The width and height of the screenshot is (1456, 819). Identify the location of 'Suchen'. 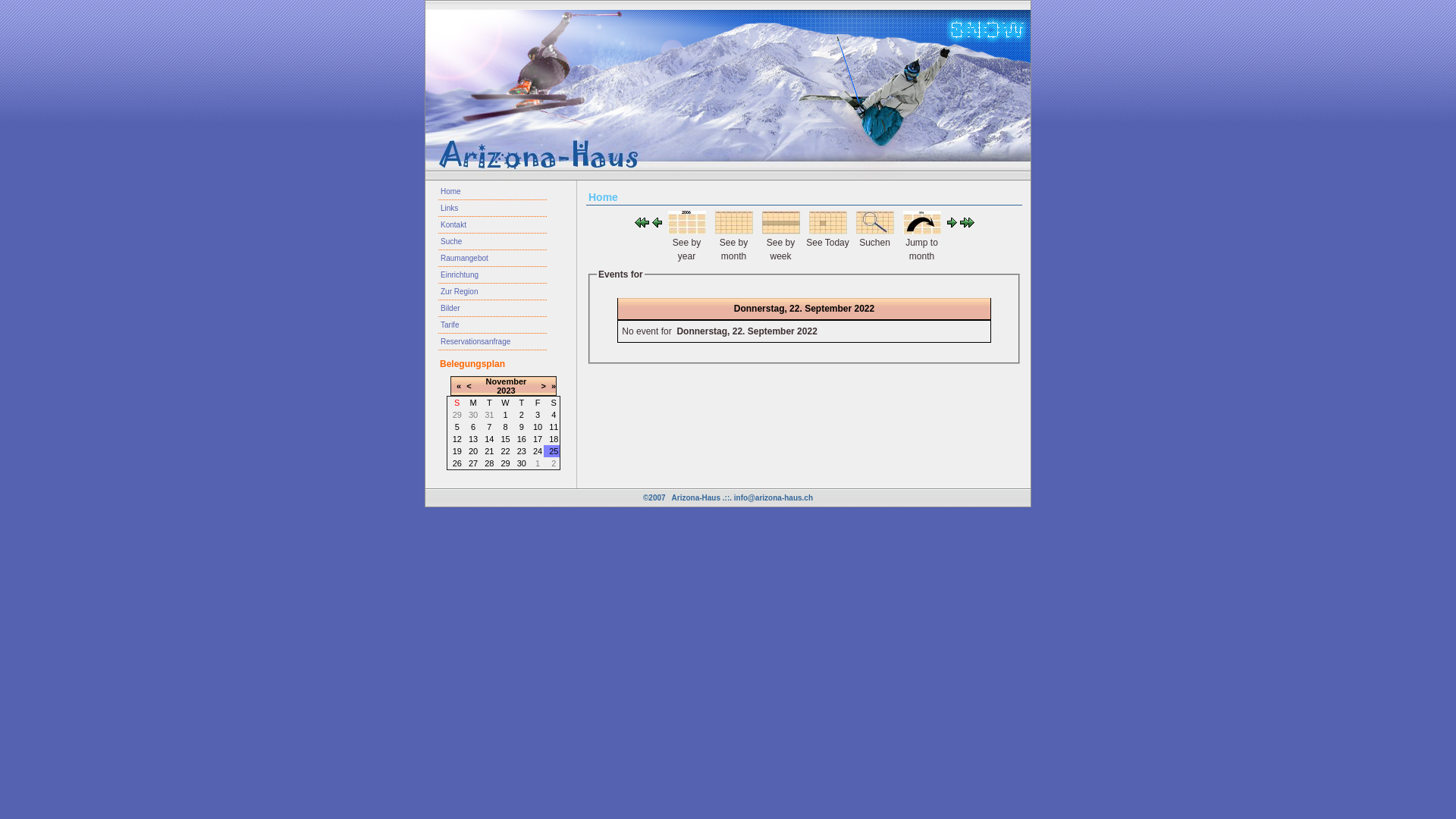
(874, 231).